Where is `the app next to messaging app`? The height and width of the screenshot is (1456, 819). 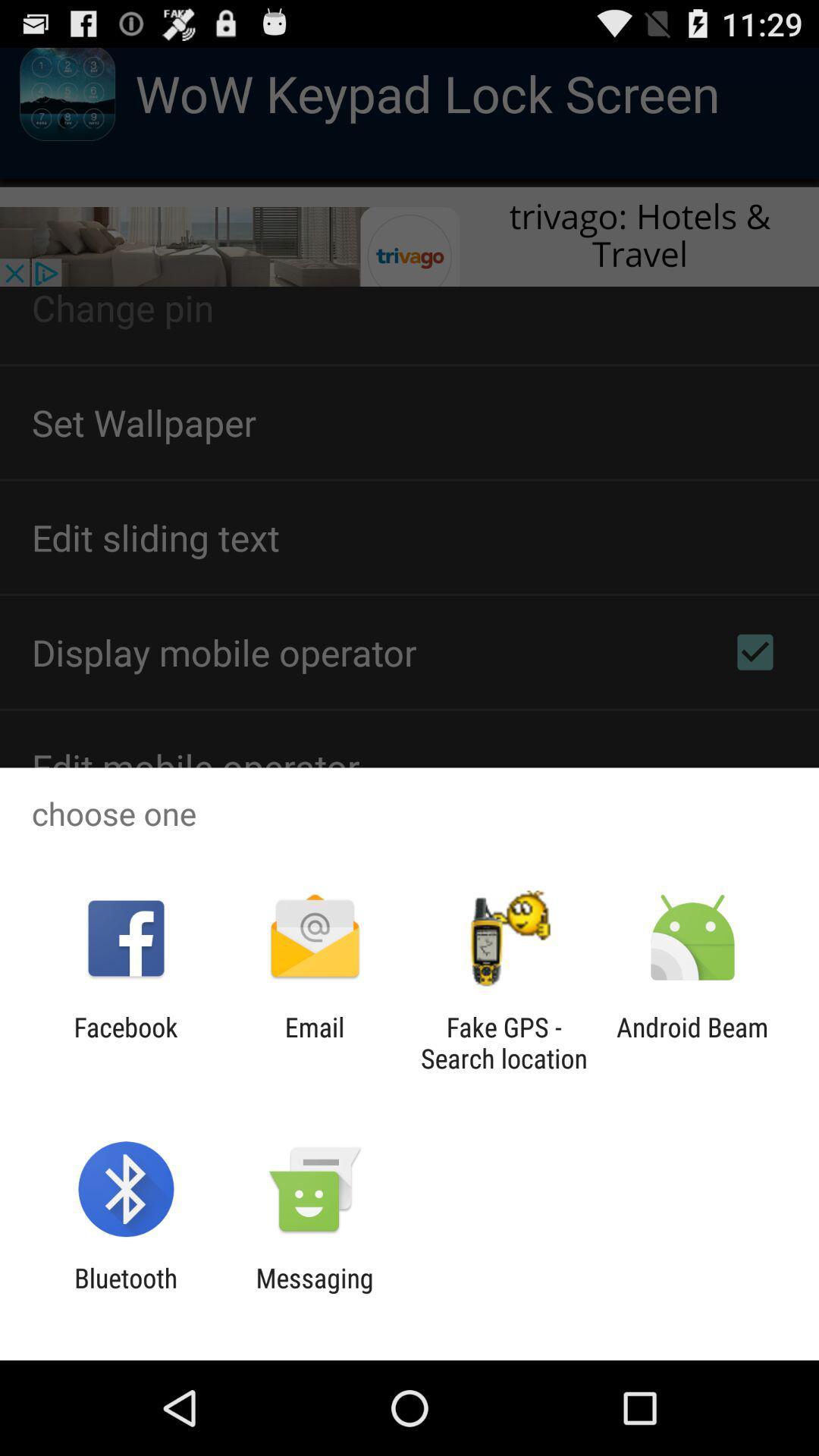
the app next to messaging app is located at coordinates (125, 1293).